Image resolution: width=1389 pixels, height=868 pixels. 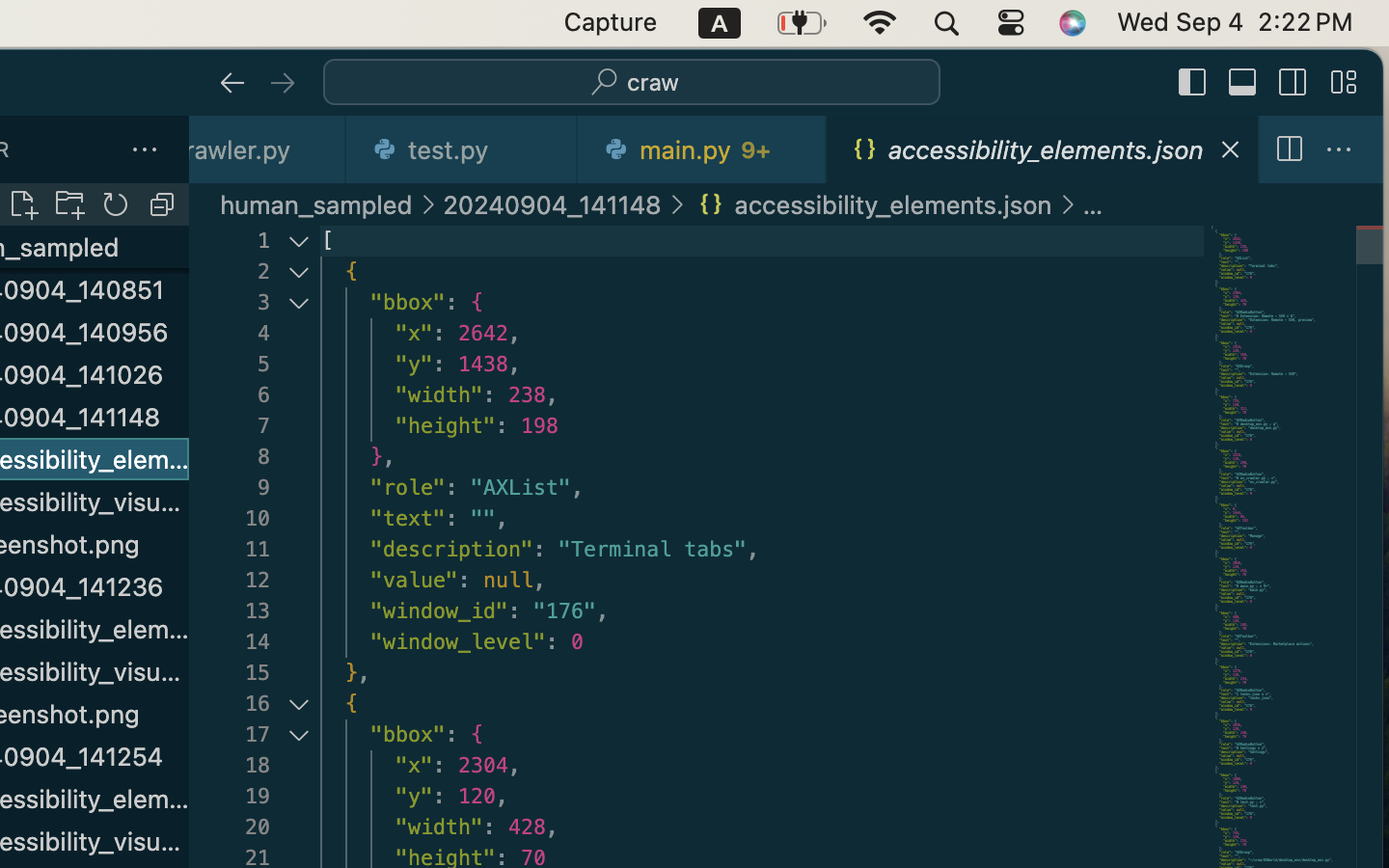 What do you see at coordinates (552, 204) in the screenshot?
I see `'20240904_141148'` at bounding box center [552, 204].